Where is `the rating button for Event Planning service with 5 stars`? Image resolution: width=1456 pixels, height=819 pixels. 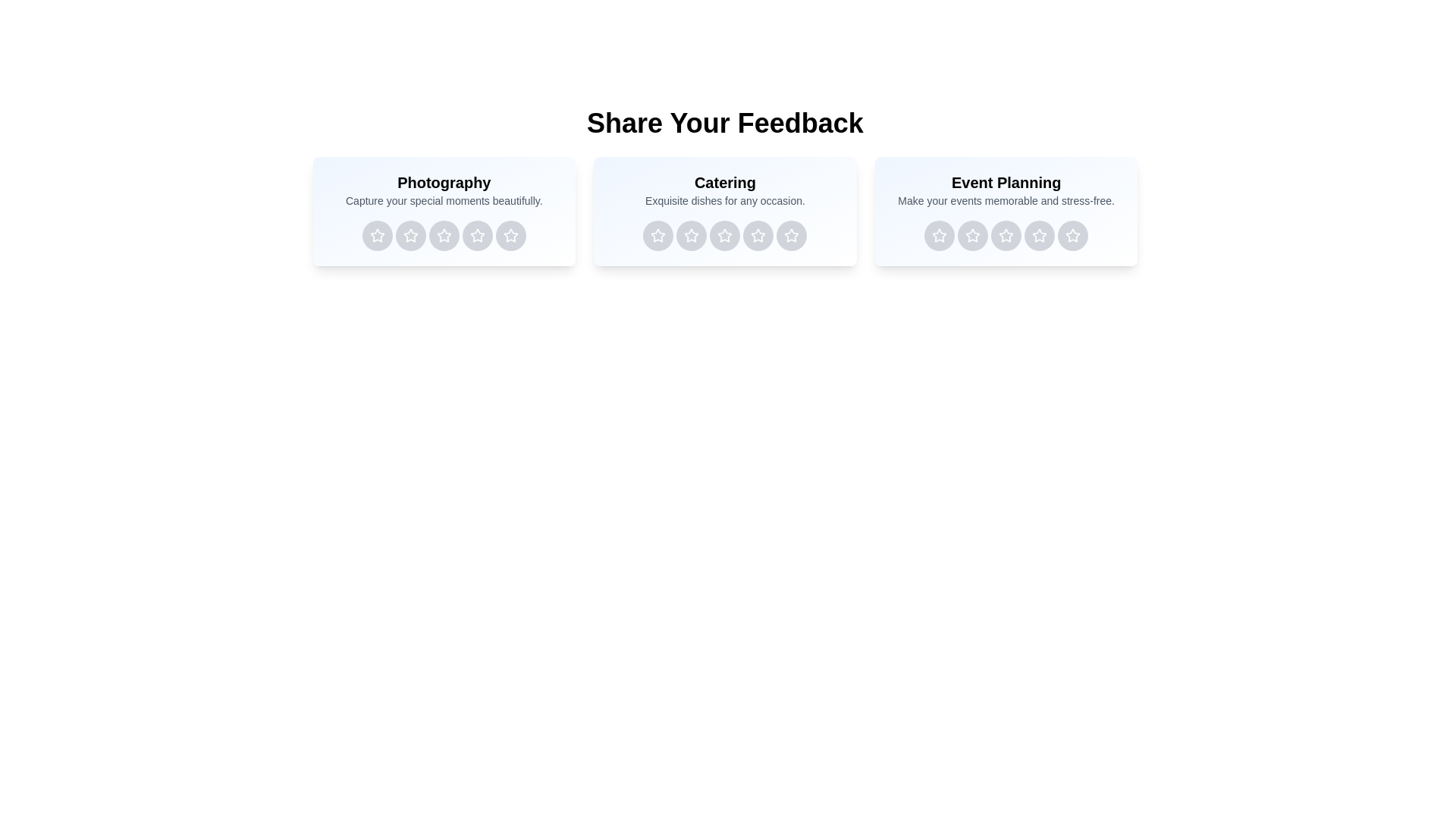
the rating button for Event Planning service with 5 stars is located at coordinates (1072, 236).